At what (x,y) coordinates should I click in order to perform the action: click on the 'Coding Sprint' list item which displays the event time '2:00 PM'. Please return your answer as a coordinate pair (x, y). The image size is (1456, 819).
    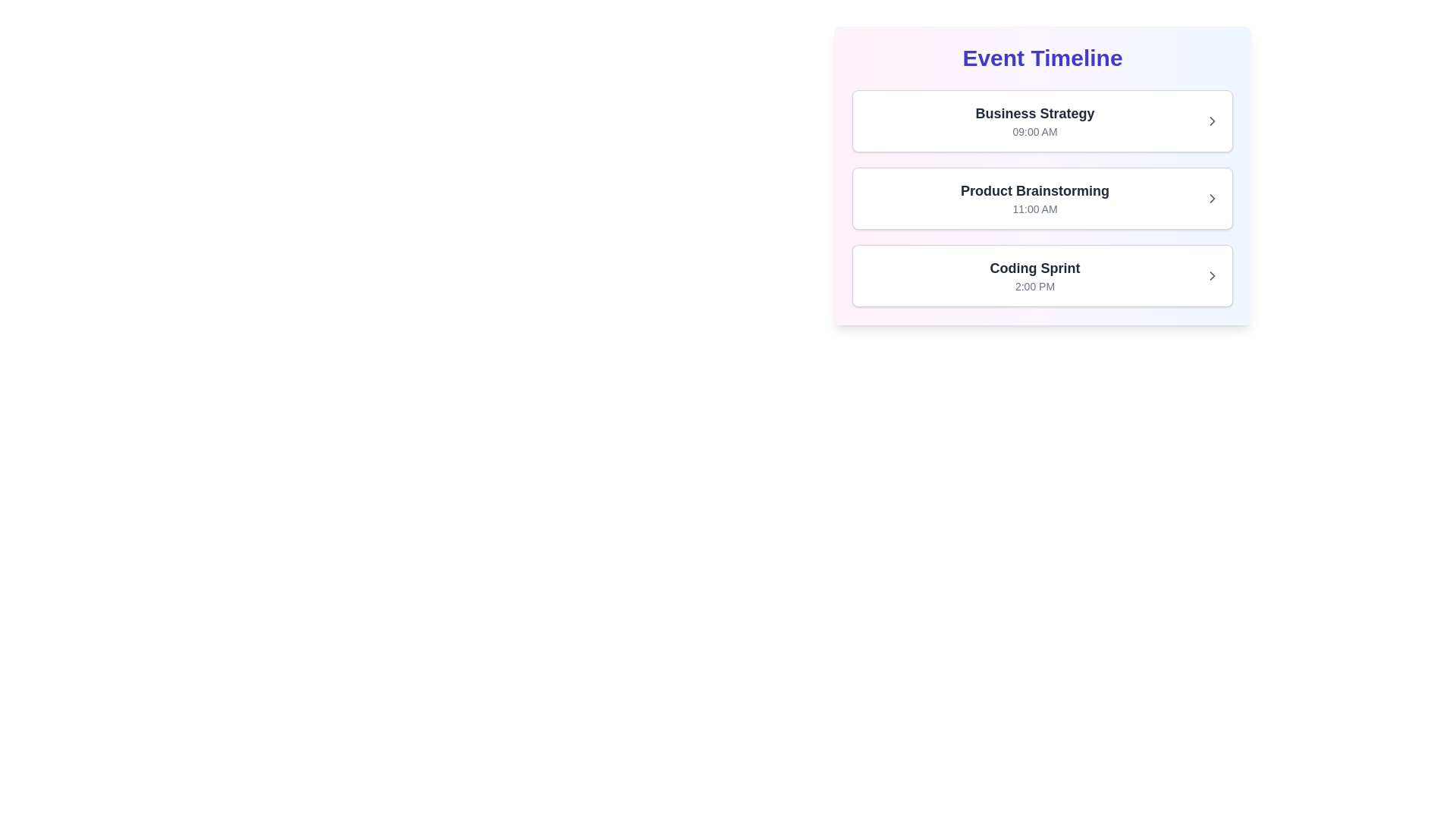
    Looking at the image, I should click on (1034, 275).